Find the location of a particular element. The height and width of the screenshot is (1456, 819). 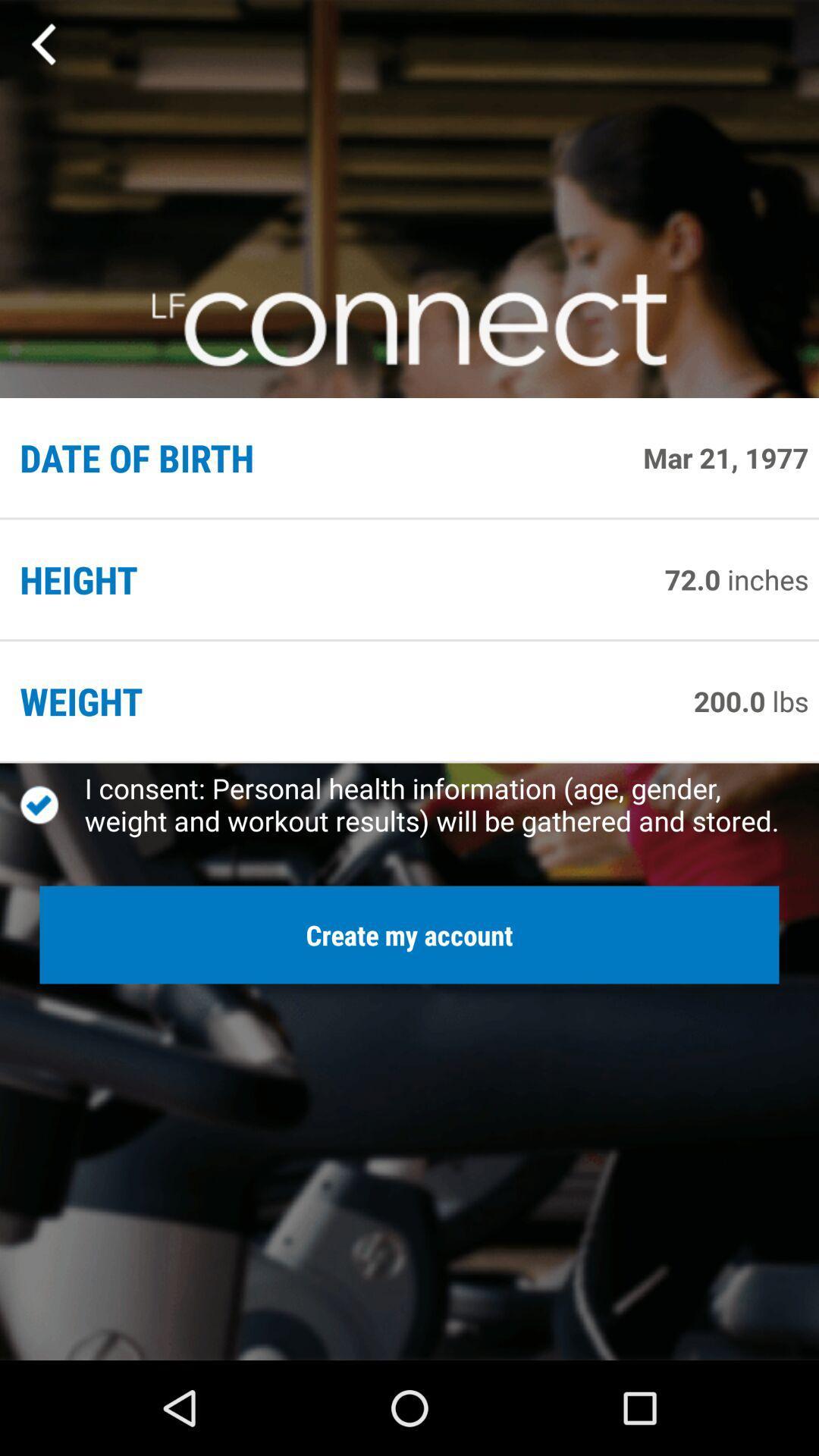

the symbol of tick option is located at coordinates (52, 804).